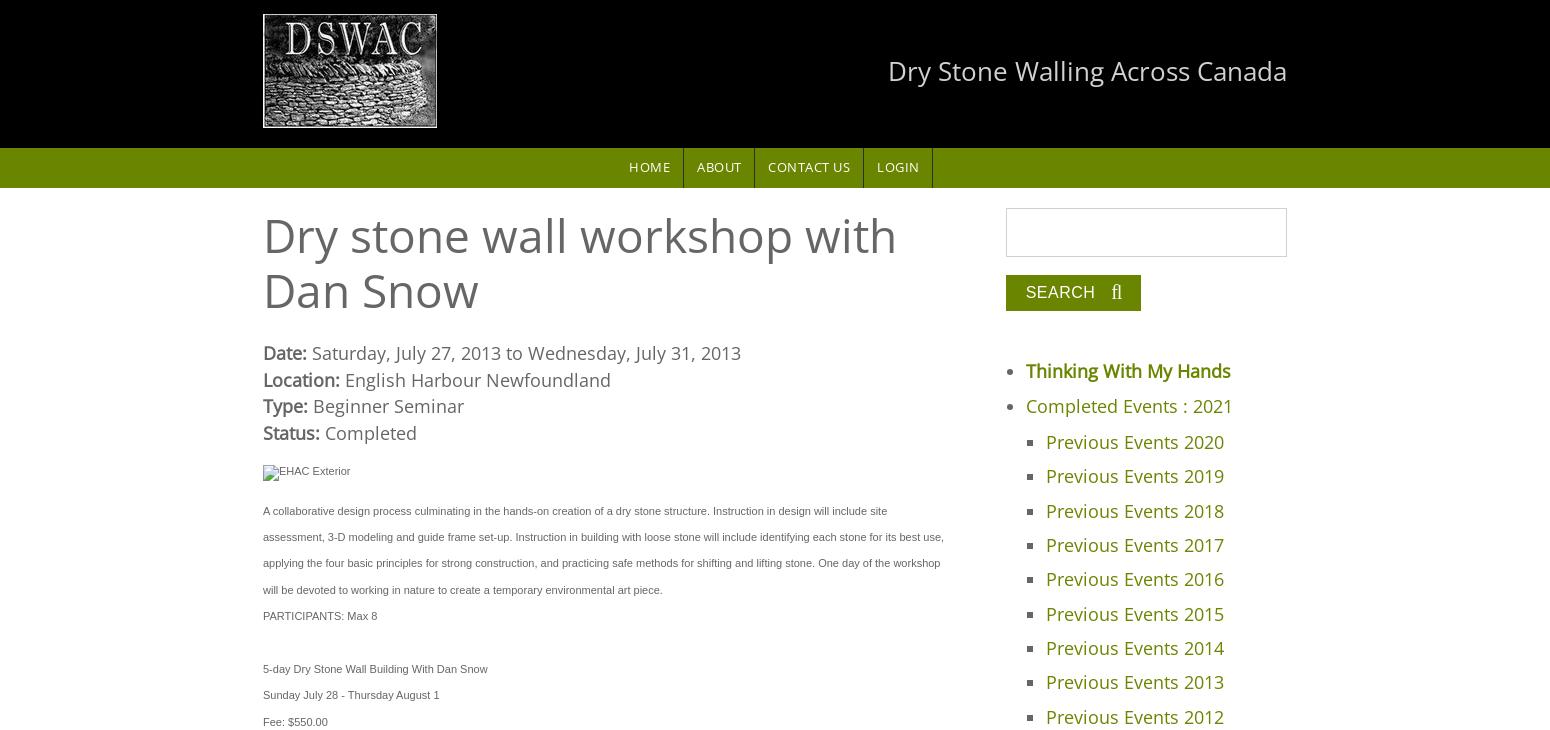 The height and width of the screenshot is (730, 1550). I want to click on 'Dry Stone Walling Across Canada', so click(887, 70).